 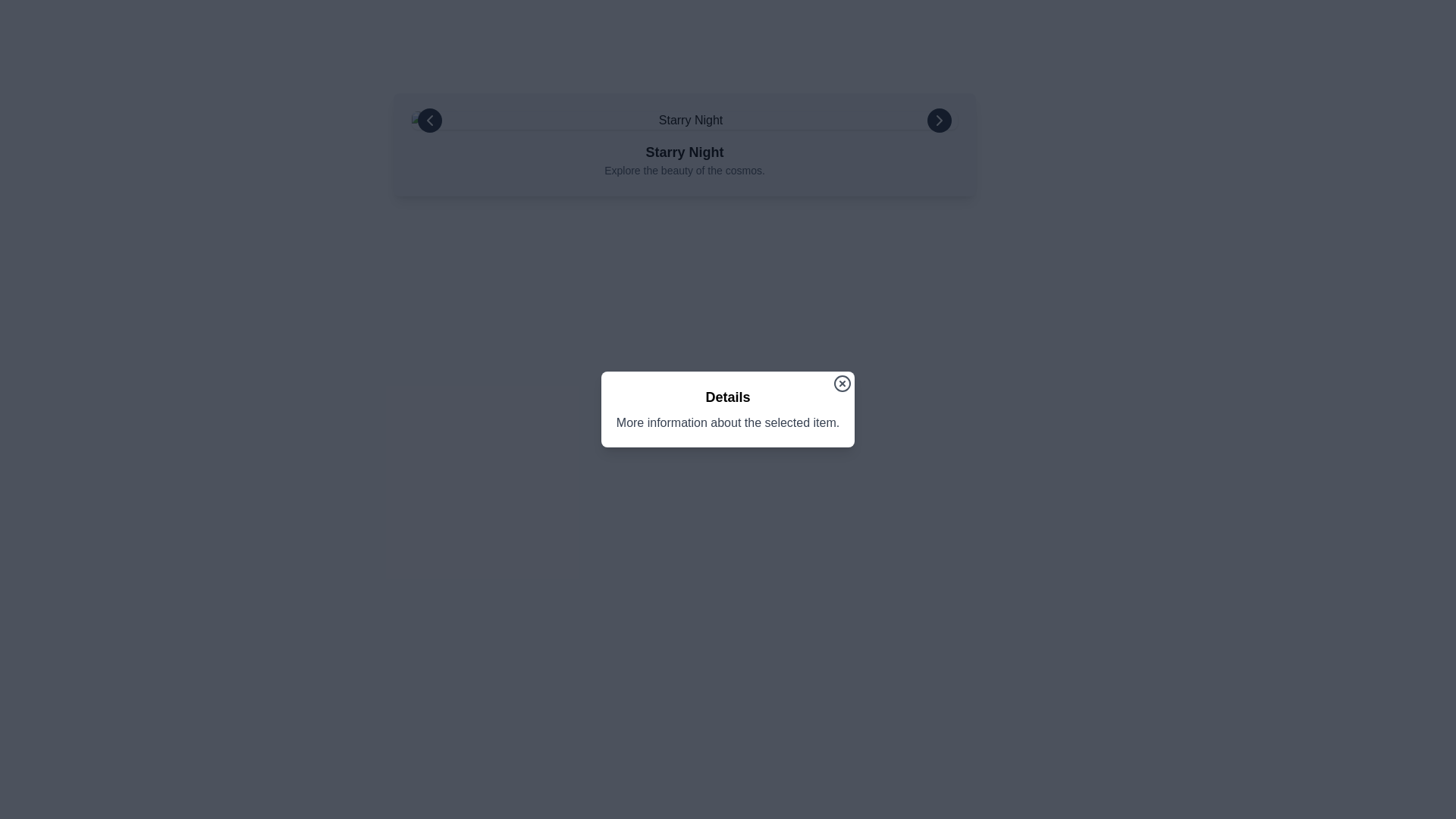 I want to click on the close button located at the top-right corner of the popup dialog box, so click(x=842, y=382).